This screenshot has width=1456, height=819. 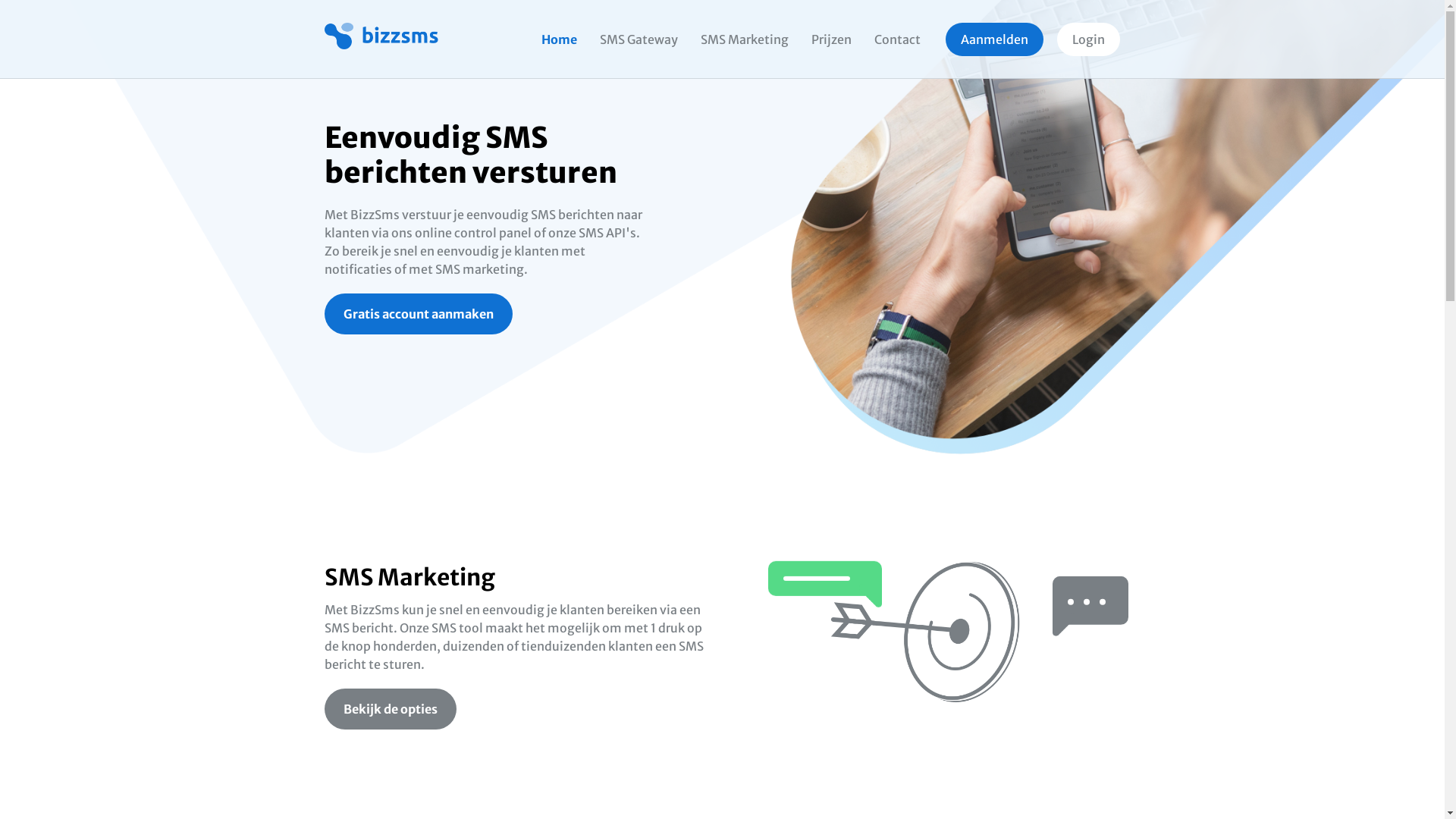 I want to click on 'Prijzen', so click(x=830, y=38).